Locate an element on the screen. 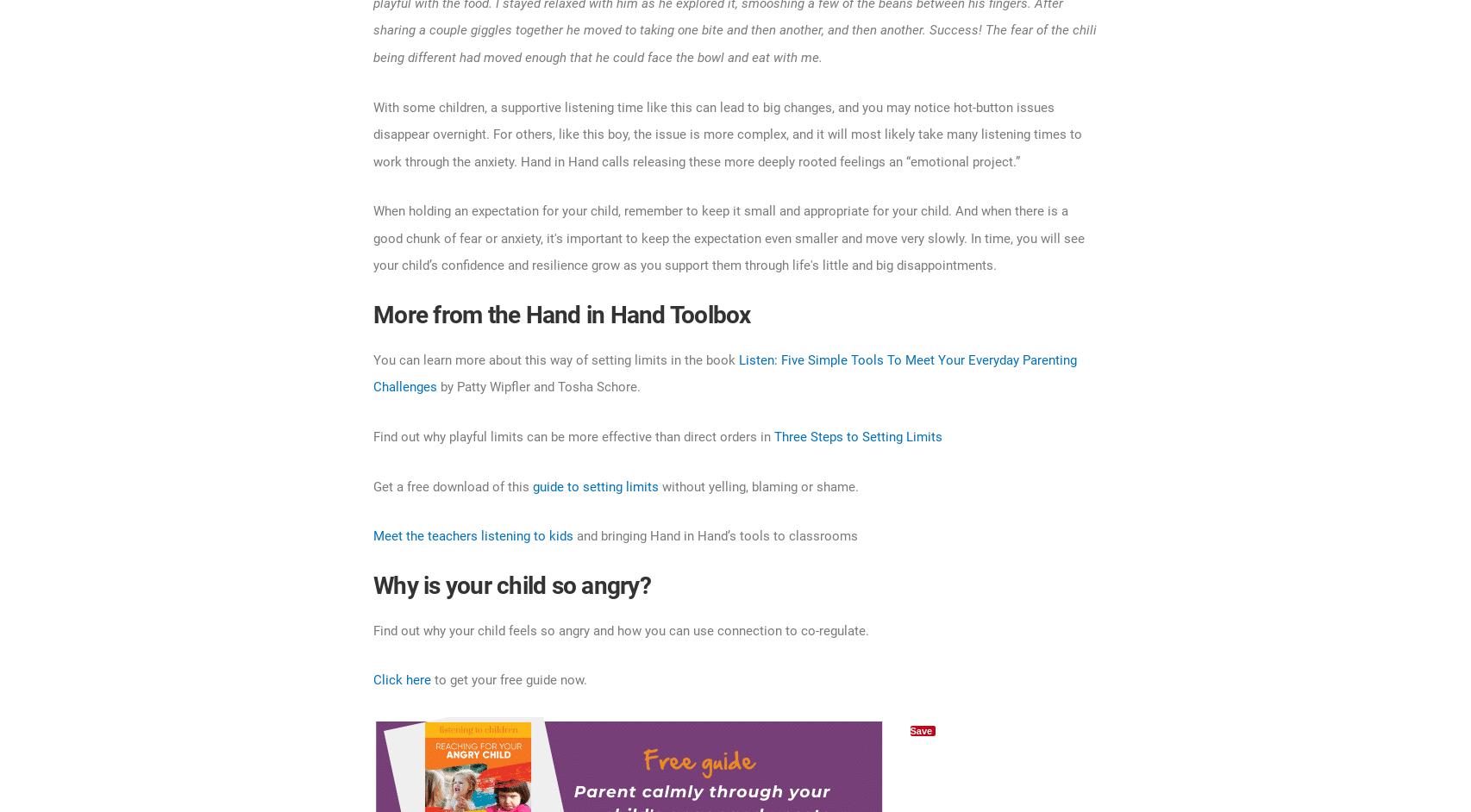 The width and height of the screenshot is (1471, 812). 'Click here' is located at coordinates (401, 680).